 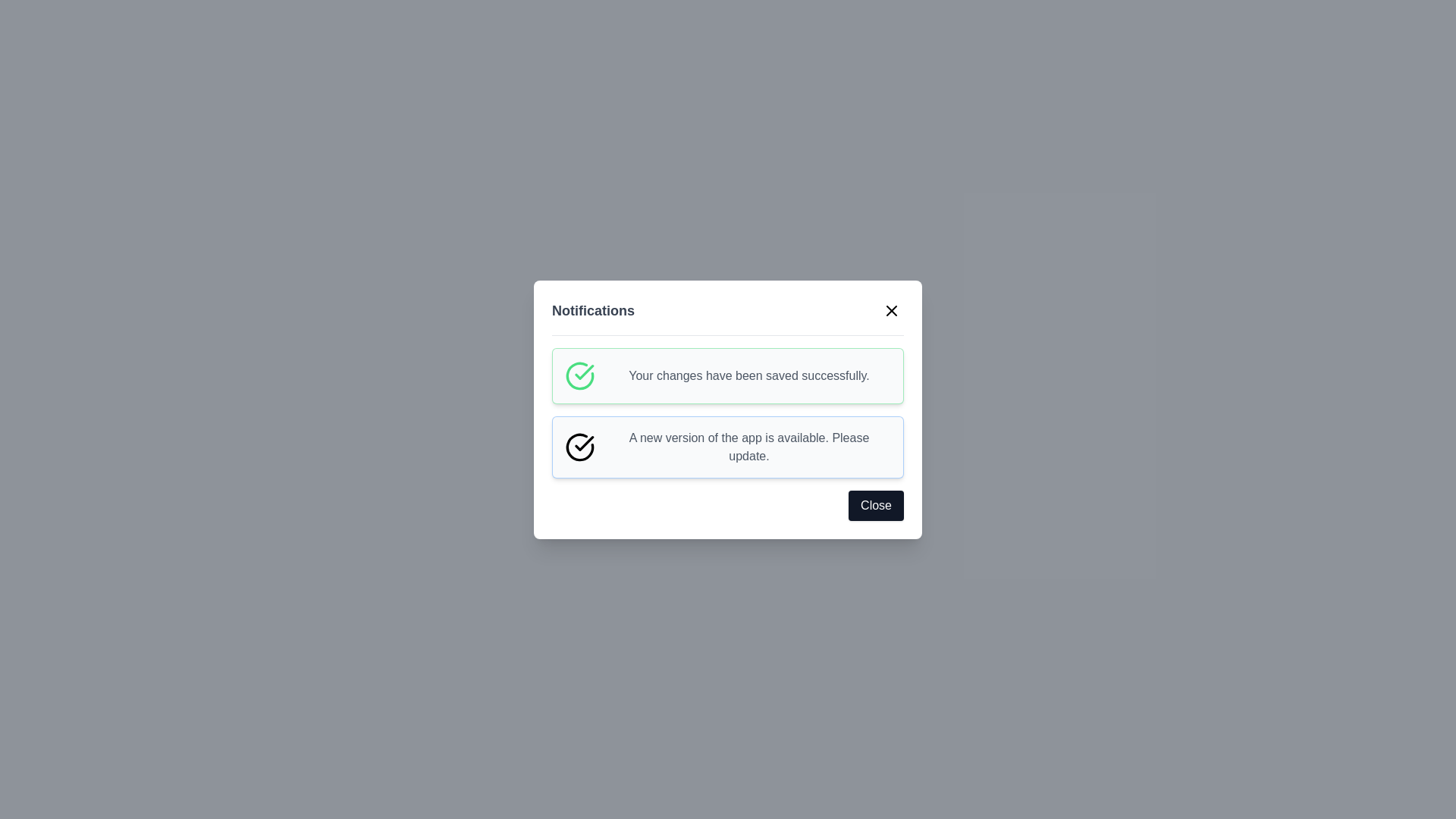 I want to click on the green circular icon with a checkmark in the center, which signifies a confirmation status, located to the left of the text 'Your changes have been saved successfully.' in the notification box, so click(x=579, y=375).